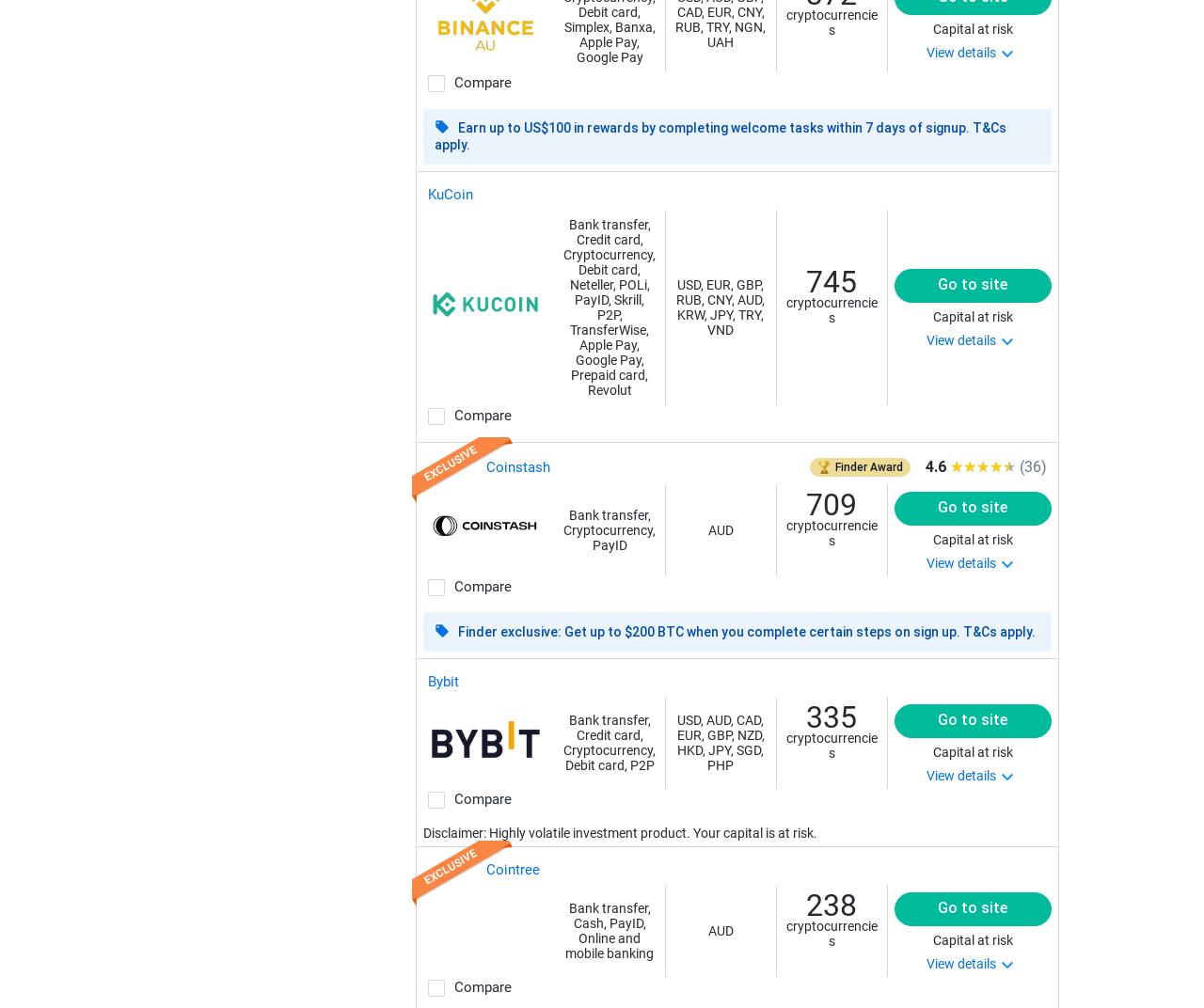 The width and height of the screenshot is (1204, 1008). Describe the element at coordinates (422, 832) in the screenshot. I see `'Disclaimer: Highly volatile investment product. Your capital is at risk.'` at that location.